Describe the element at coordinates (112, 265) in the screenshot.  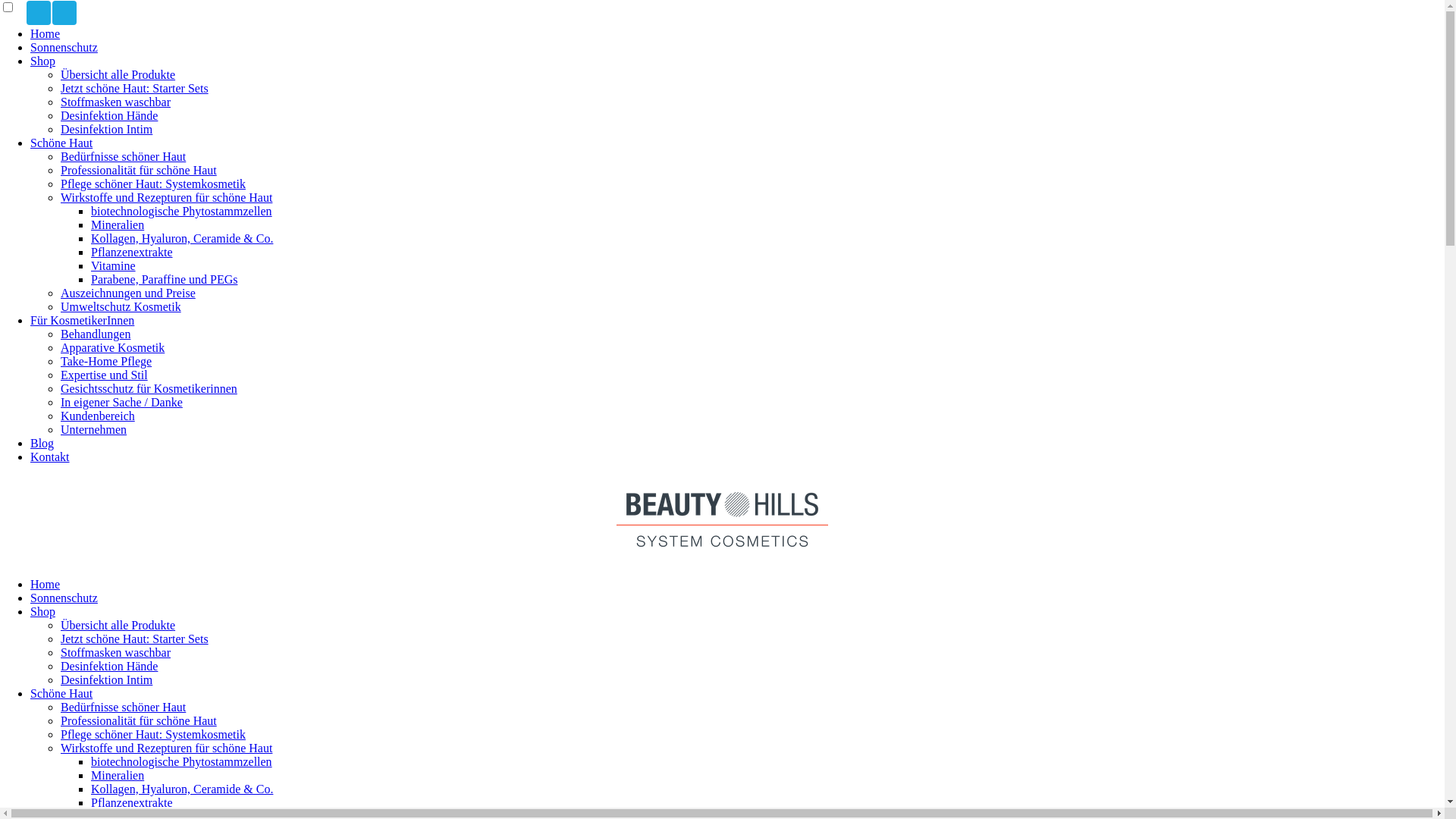
I see `'Vitamine'` at that location.